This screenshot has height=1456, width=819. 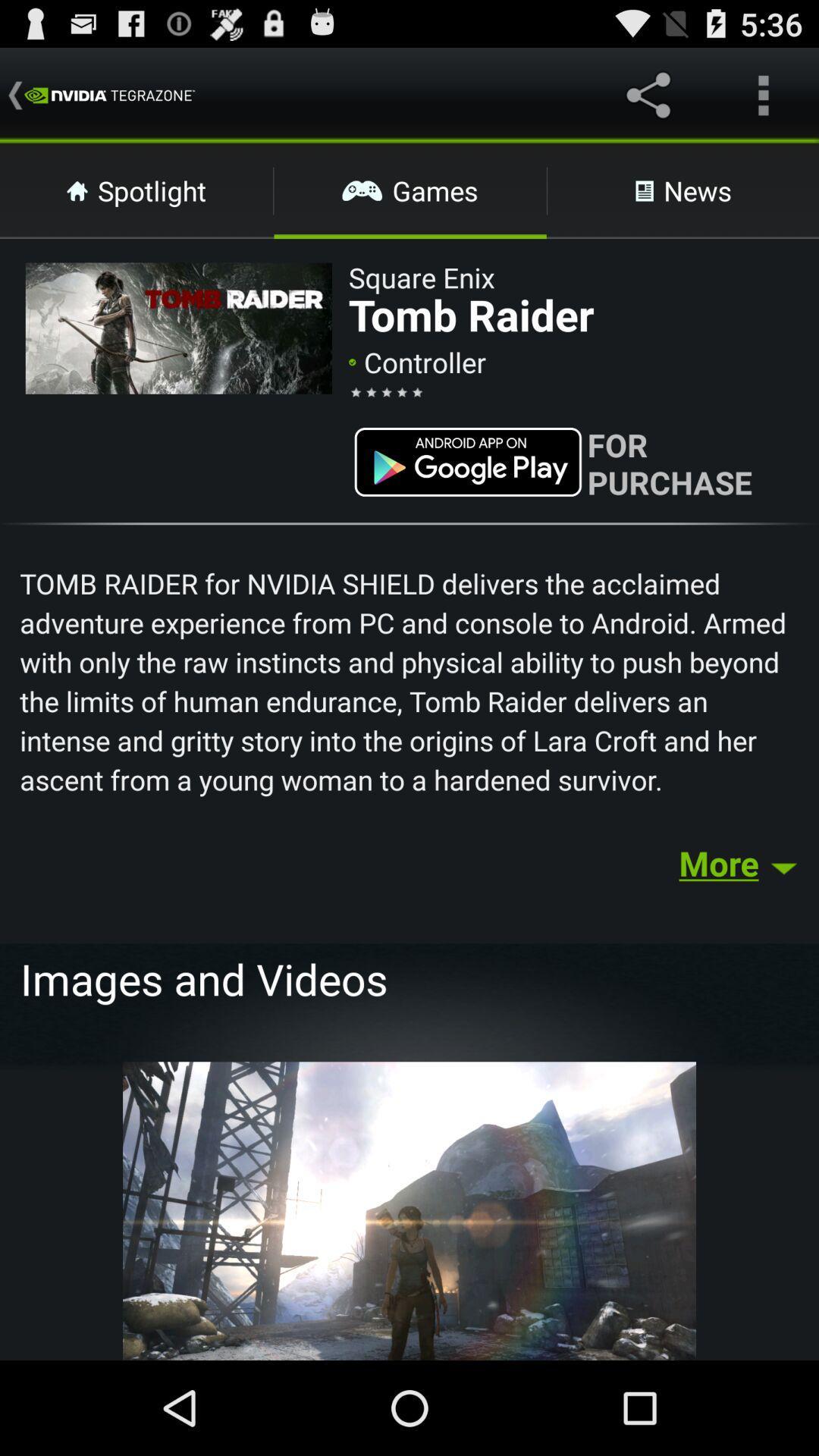 I want to click on the image which is above the navigation bar, so click(x=409, y=1208).